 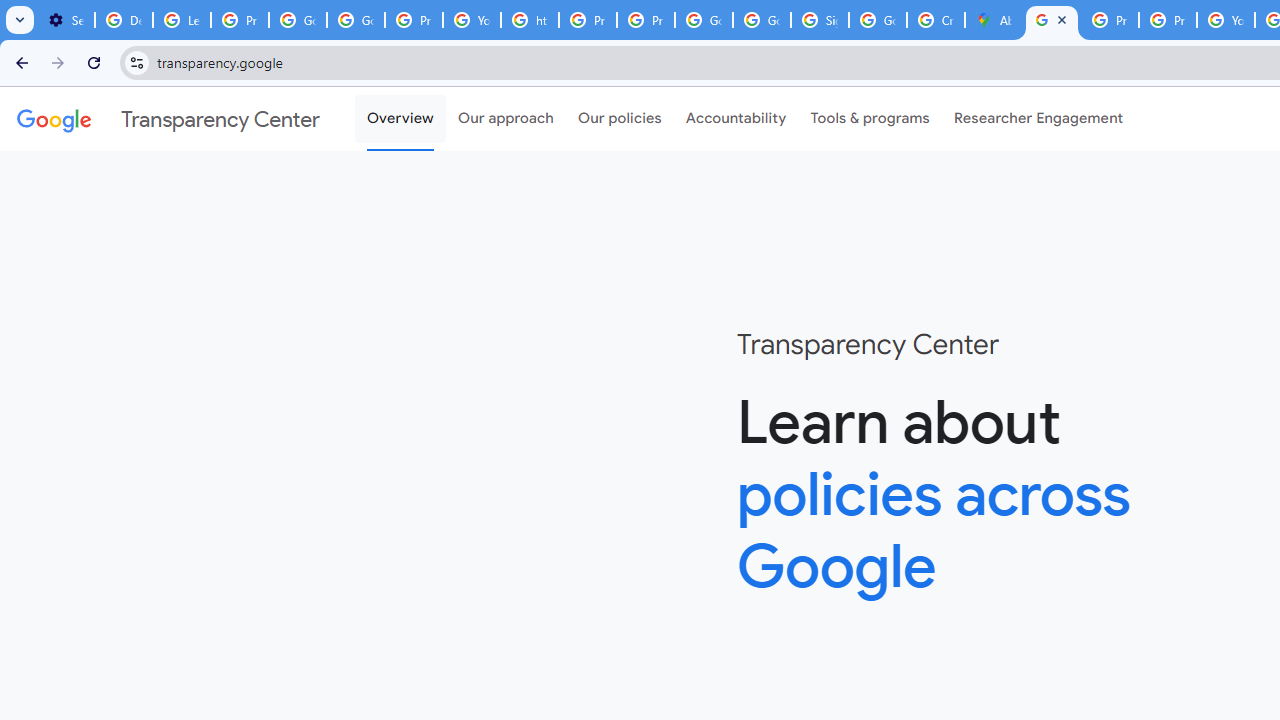 I want to click on 'Delete photos & videos - Computer - Google Photos Help', so click(x=123, y=20).